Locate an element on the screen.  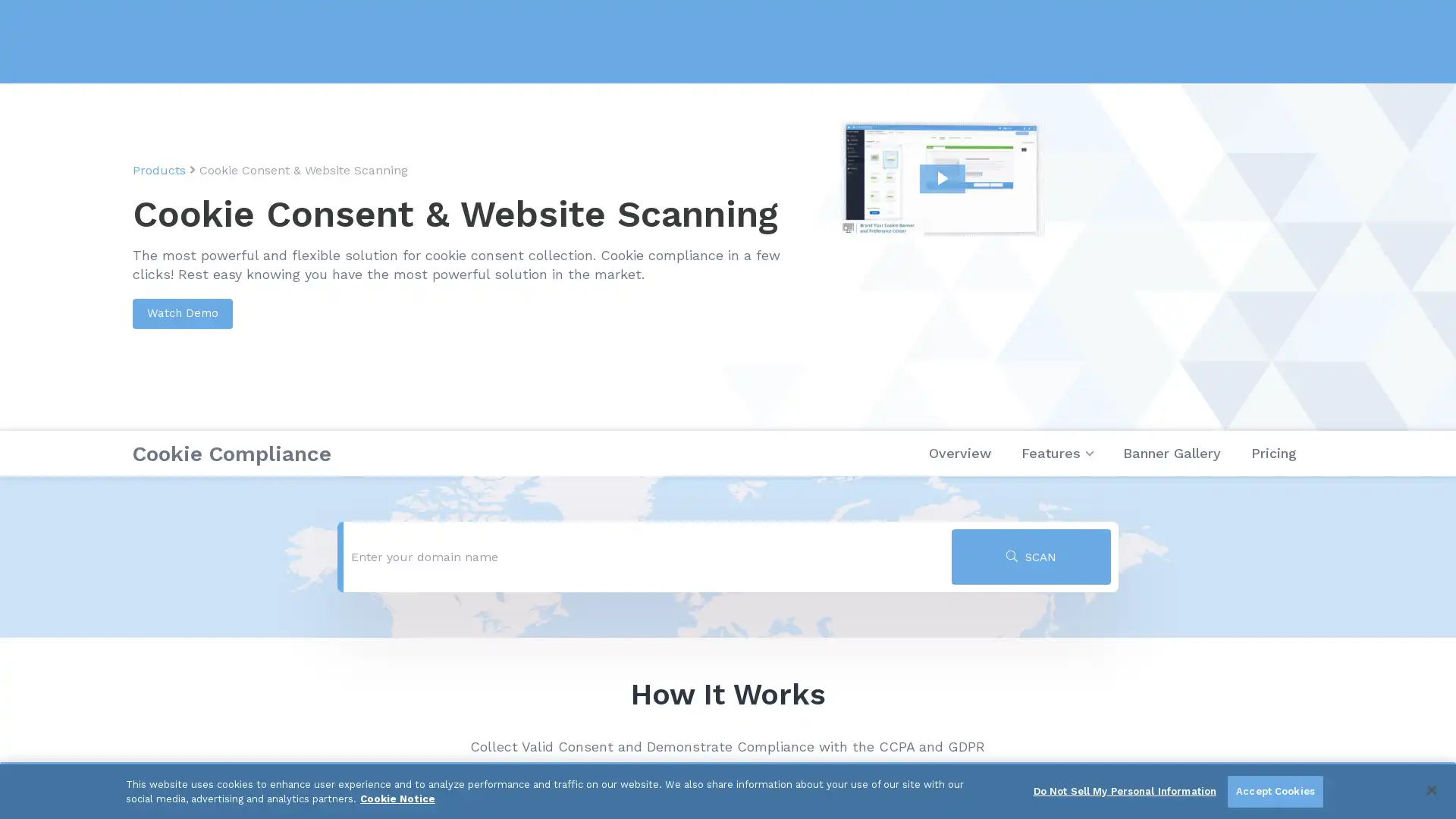
Play is located at coordinates (1081, 256).